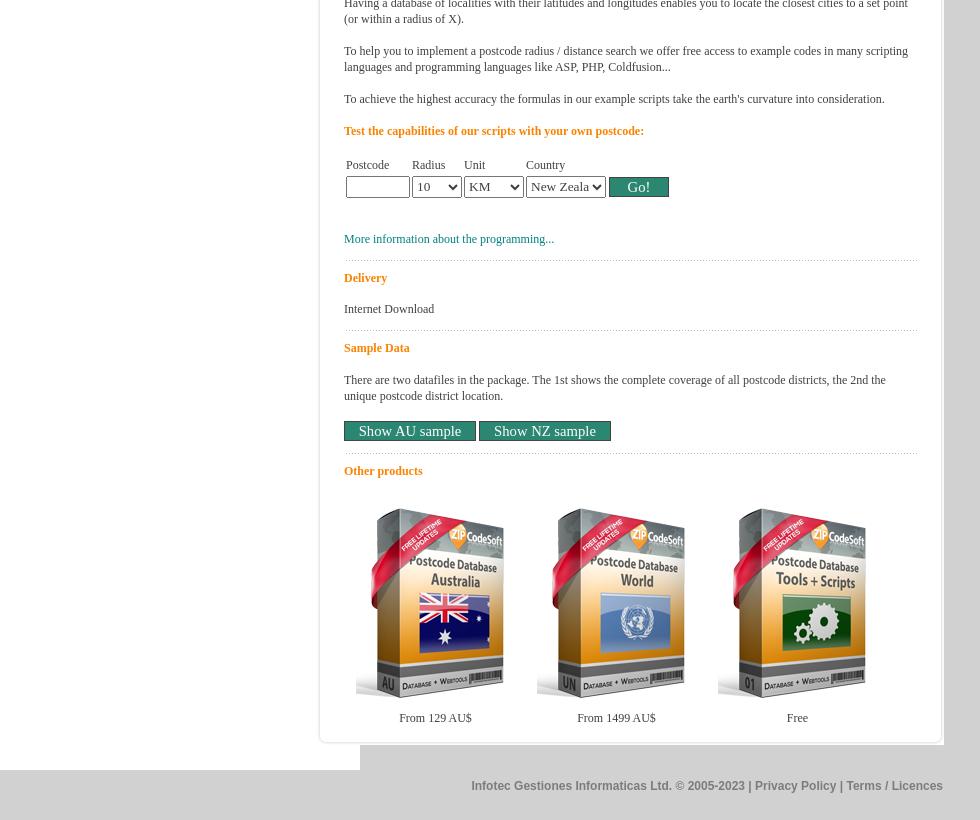 This screenshot has height=820, width=980. Describe the element at coordinates (614, 388) in the screenshot. I see `'There are two datafiles in the package. The 1st shows the complete coverage of all postcode districts, the 2nd the unique postcode district location.'` at that location.